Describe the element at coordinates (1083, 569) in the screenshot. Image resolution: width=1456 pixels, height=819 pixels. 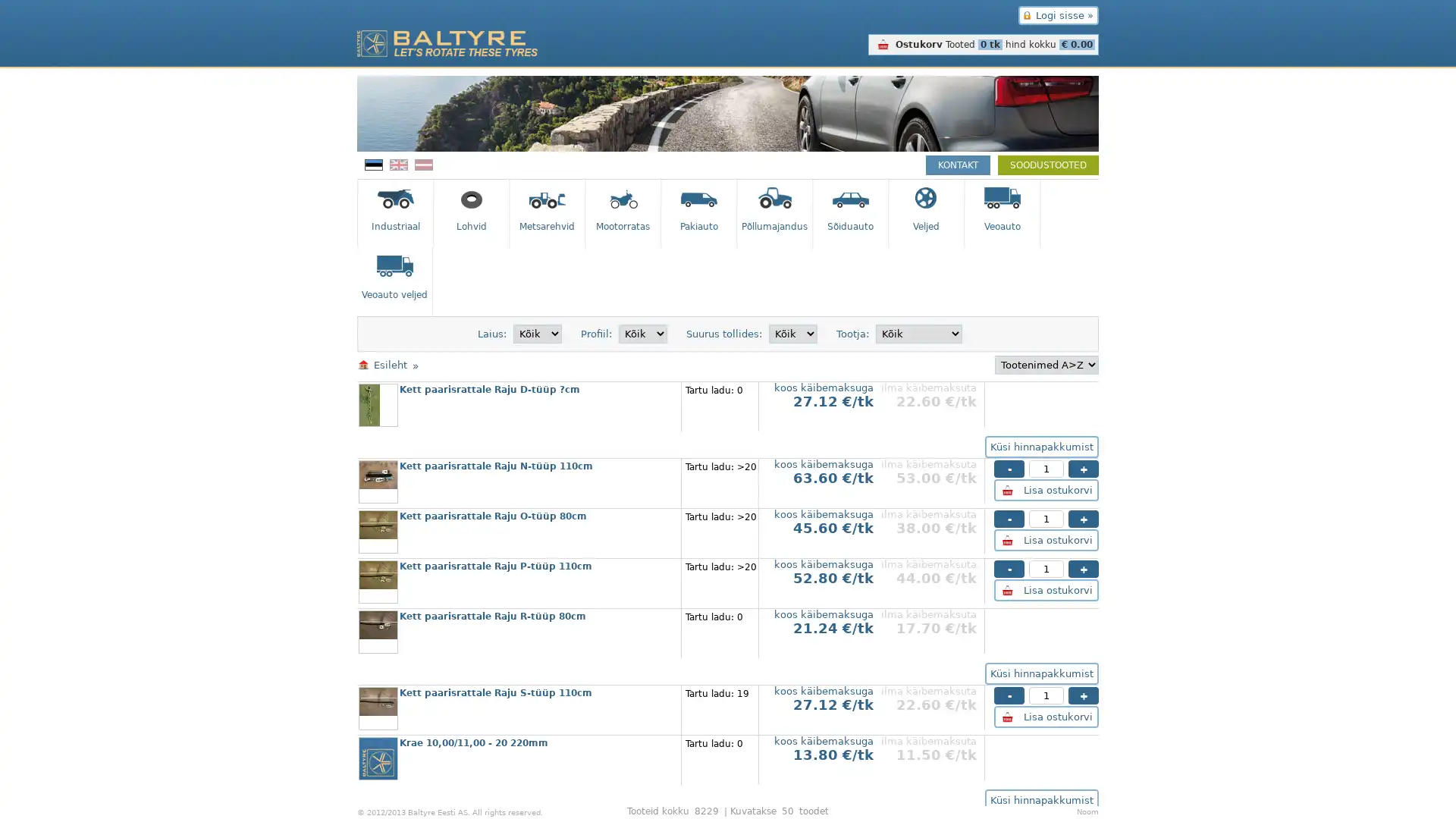
I see `+` at that location.